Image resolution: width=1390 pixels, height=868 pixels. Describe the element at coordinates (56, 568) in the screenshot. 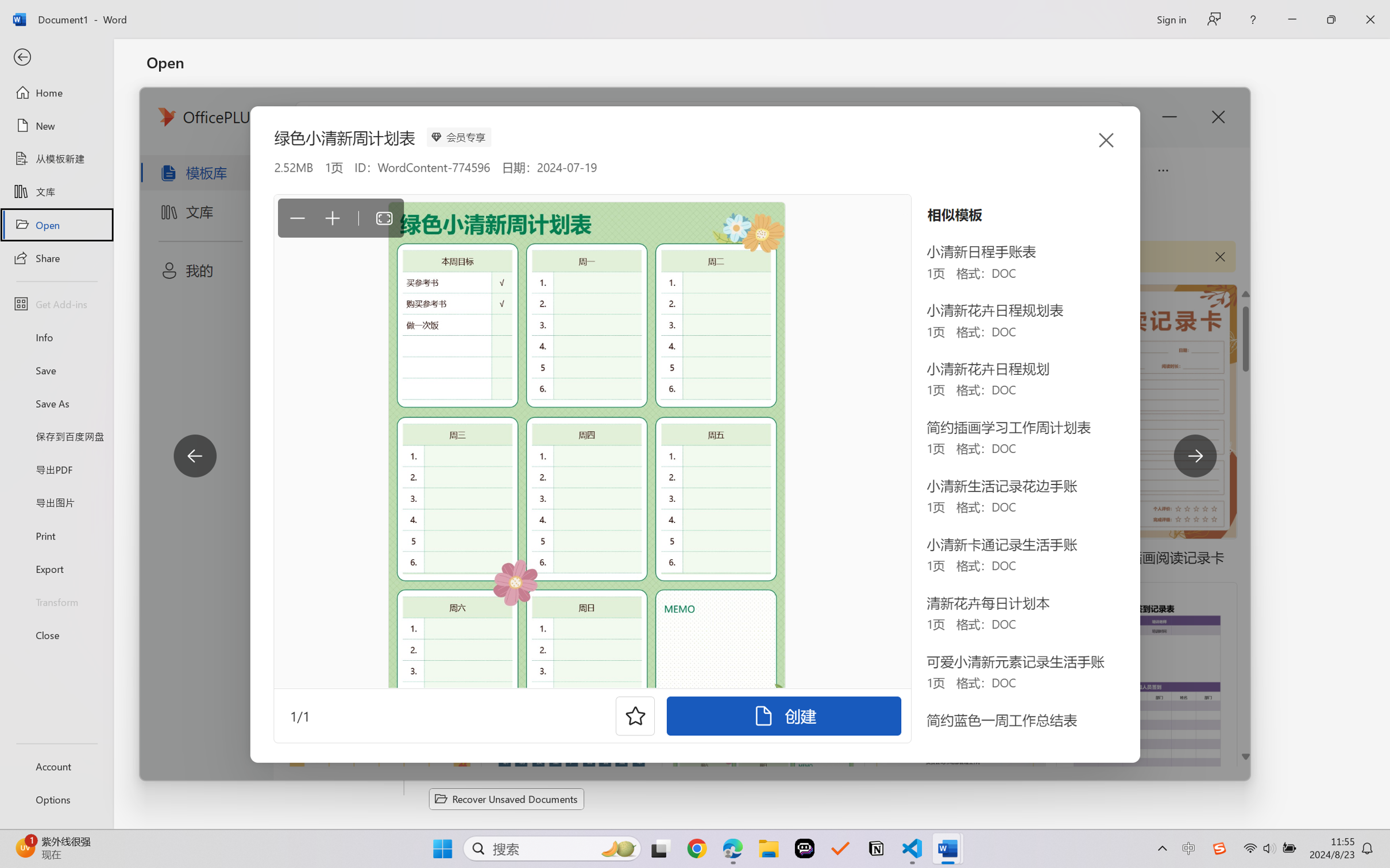

I see `'Export'` at that location.